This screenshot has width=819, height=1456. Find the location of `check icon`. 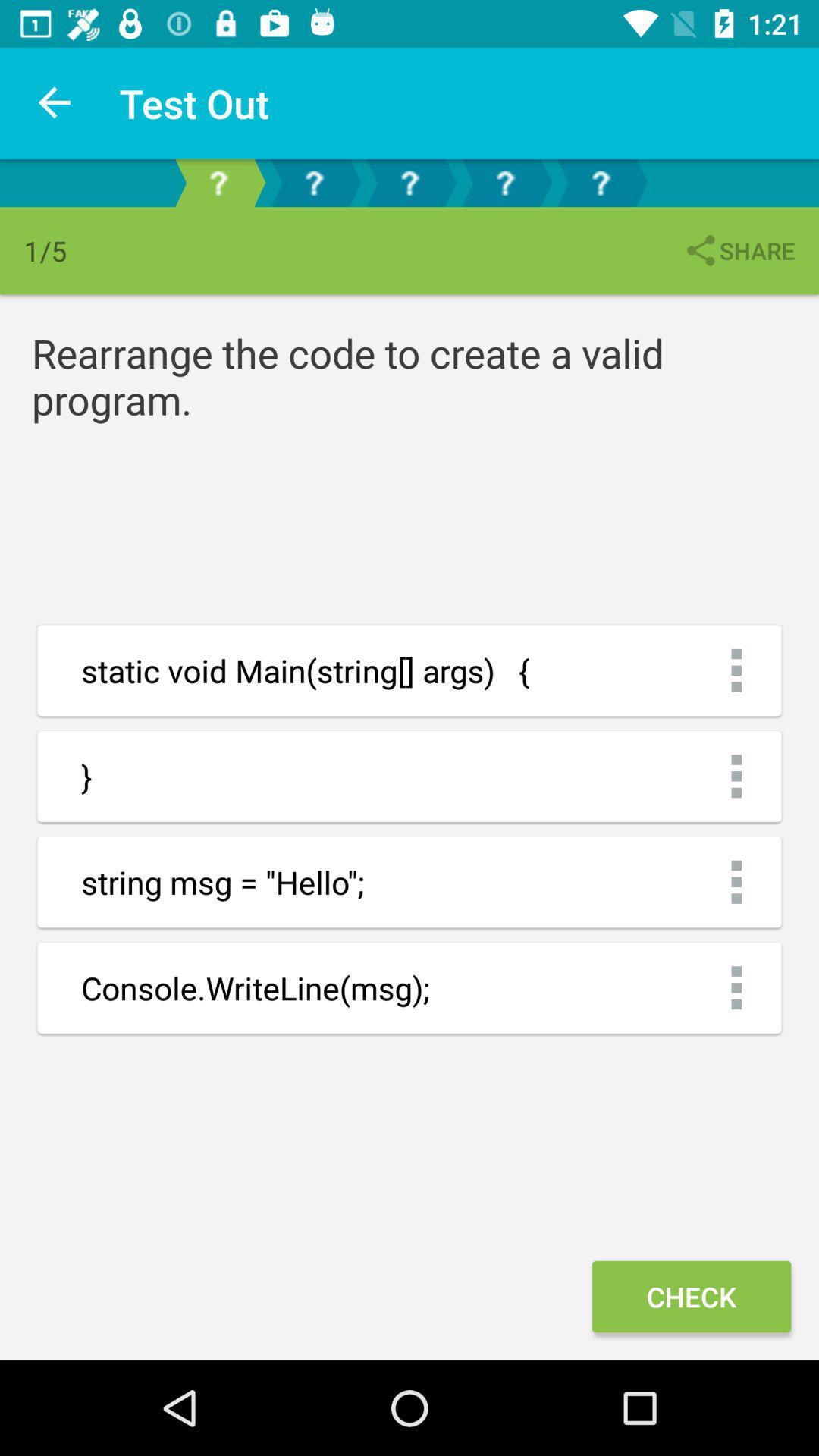

check icon is located at coordinates (691, 1295).